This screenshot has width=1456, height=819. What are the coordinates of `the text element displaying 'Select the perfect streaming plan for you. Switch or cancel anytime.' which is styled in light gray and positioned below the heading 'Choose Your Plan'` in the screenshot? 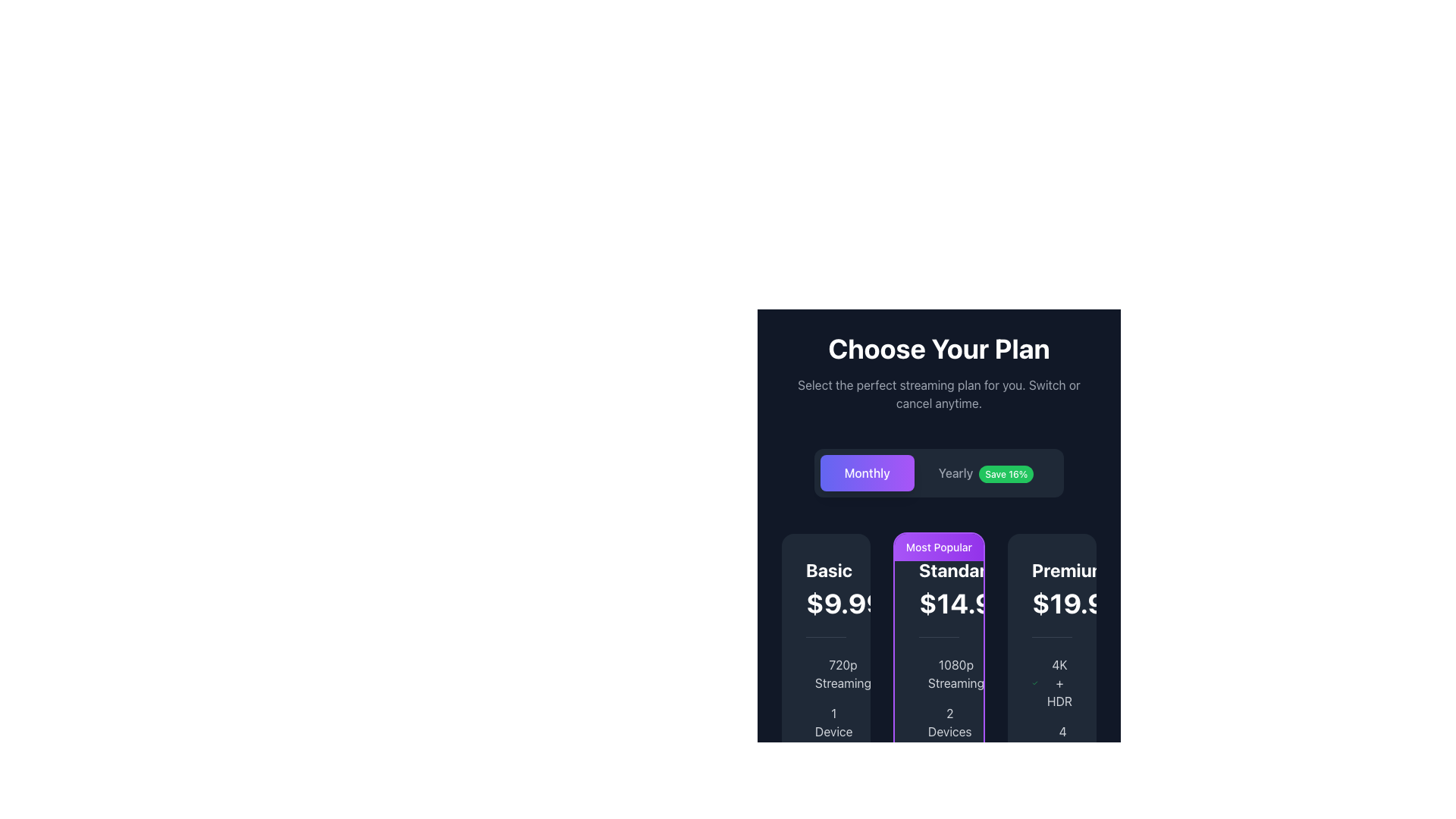 It's located at (938, 394).